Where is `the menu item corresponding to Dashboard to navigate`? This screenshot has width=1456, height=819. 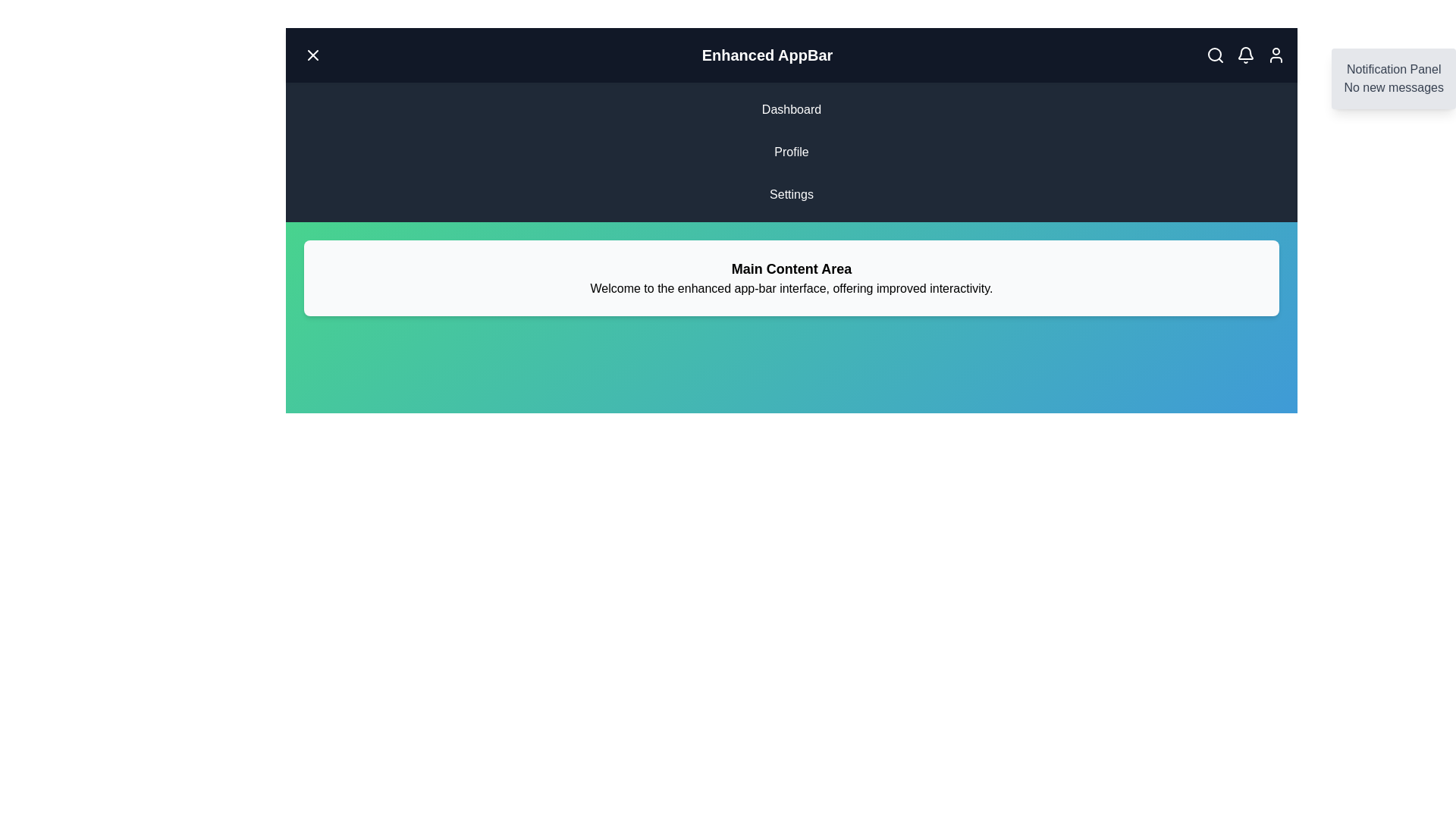 the menu item corresponding to Dashboard to navigate is located at coordinates (790, 109).